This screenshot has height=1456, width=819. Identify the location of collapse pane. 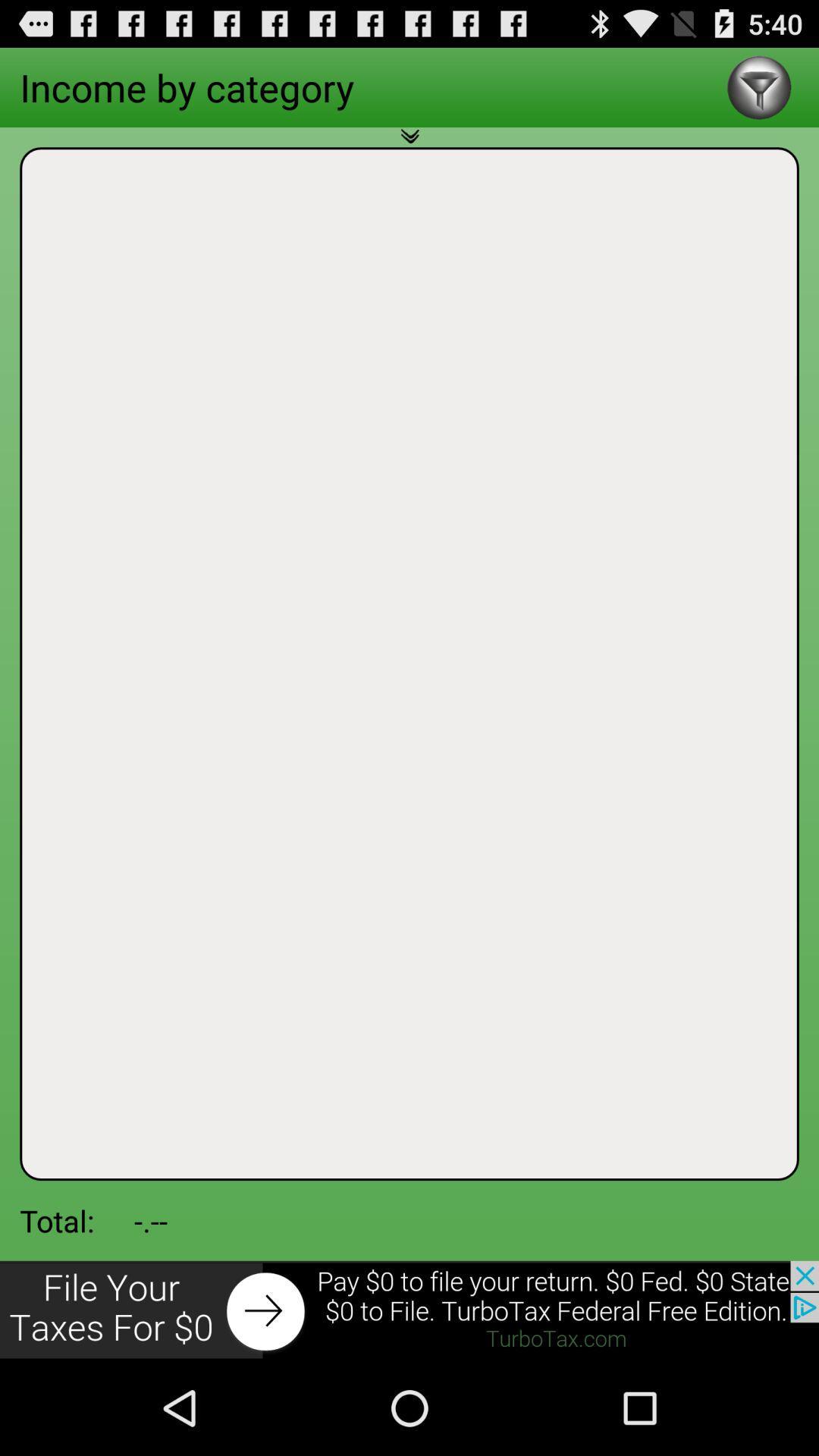
(409, 145).